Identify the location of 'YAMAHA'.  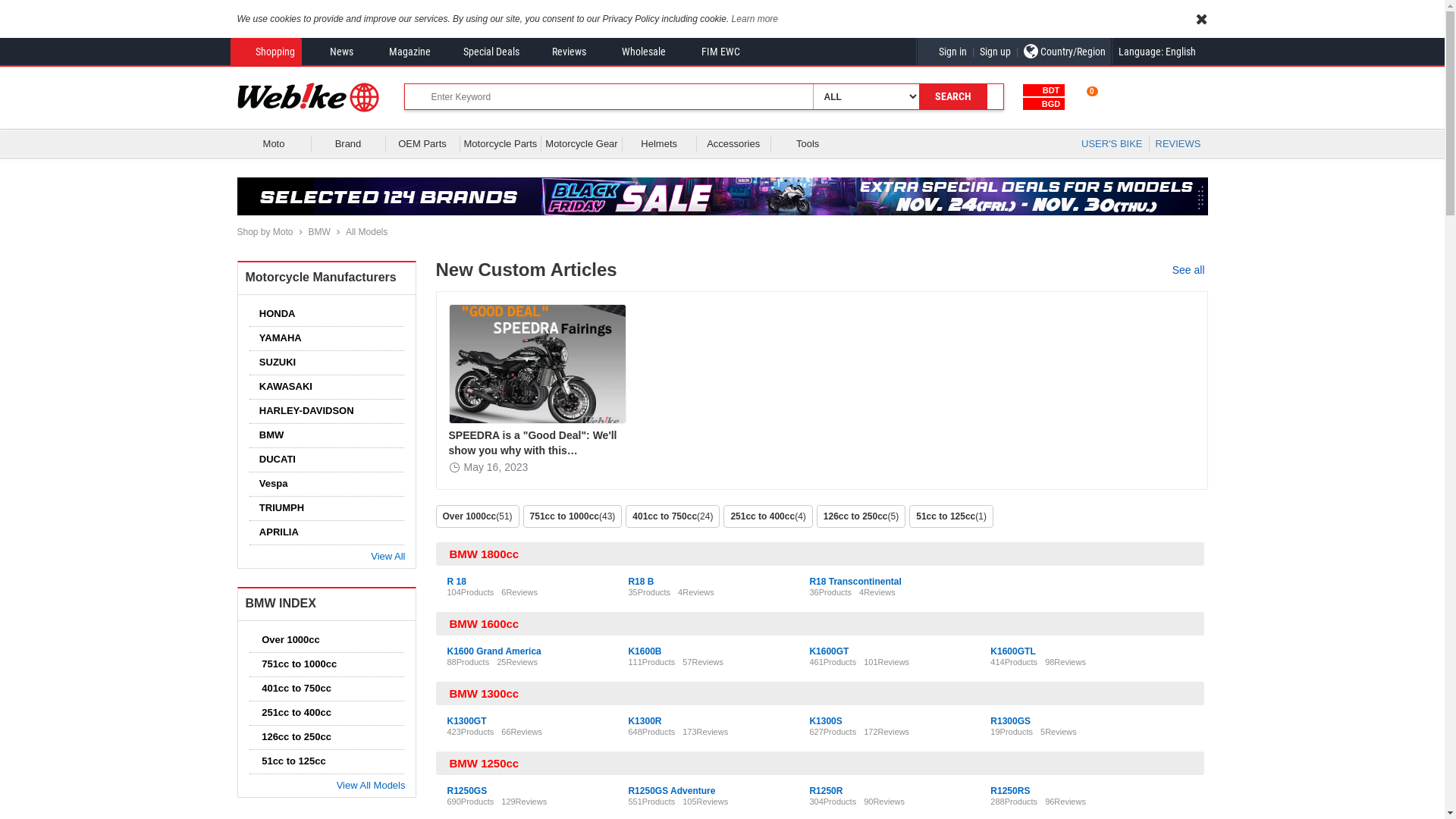
(276, 337).